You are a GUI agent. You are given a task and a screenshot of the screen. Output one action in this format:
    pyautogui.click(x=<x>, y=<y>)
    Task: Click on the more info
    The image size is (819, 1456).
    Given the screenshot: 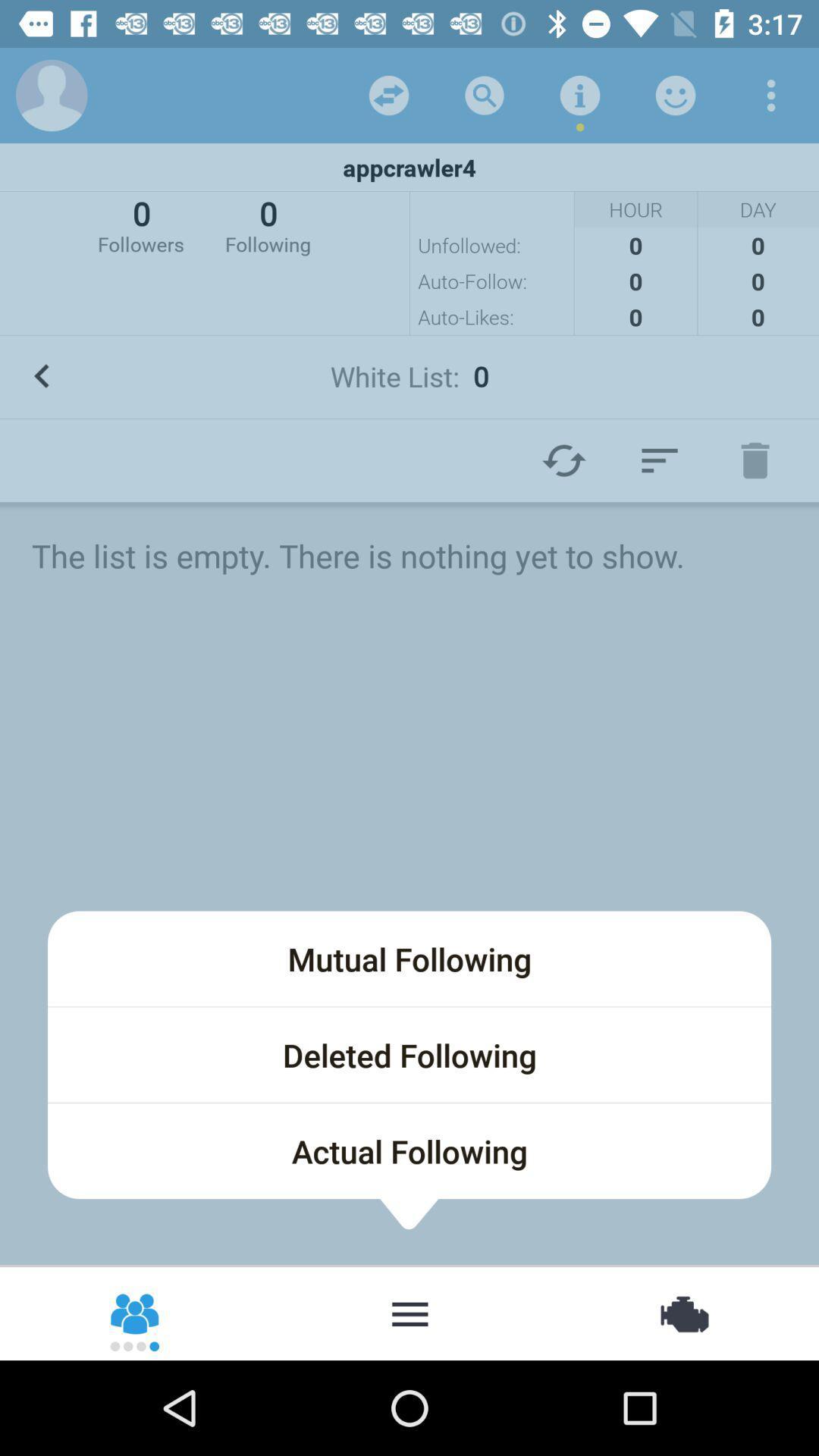 What is the action you would take?
    pyautogui.click(x=579, y=94)
    